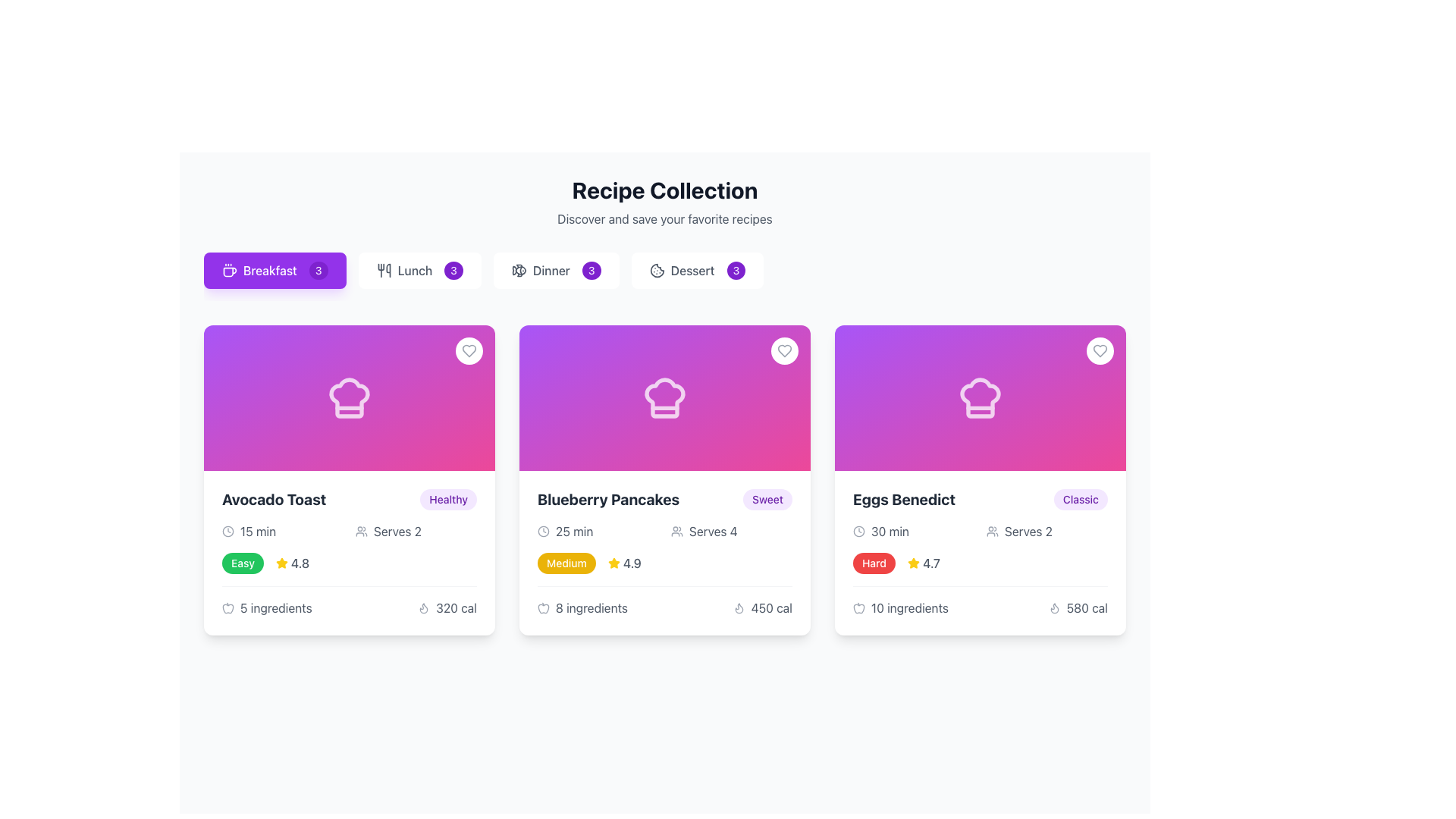 This screenshot has width=1456, height=819. I want to click on the chef hat icon located at the top center of the 'Eggs Benedict' card, which is the third card in the recipe listing interface, so click(980, 397).